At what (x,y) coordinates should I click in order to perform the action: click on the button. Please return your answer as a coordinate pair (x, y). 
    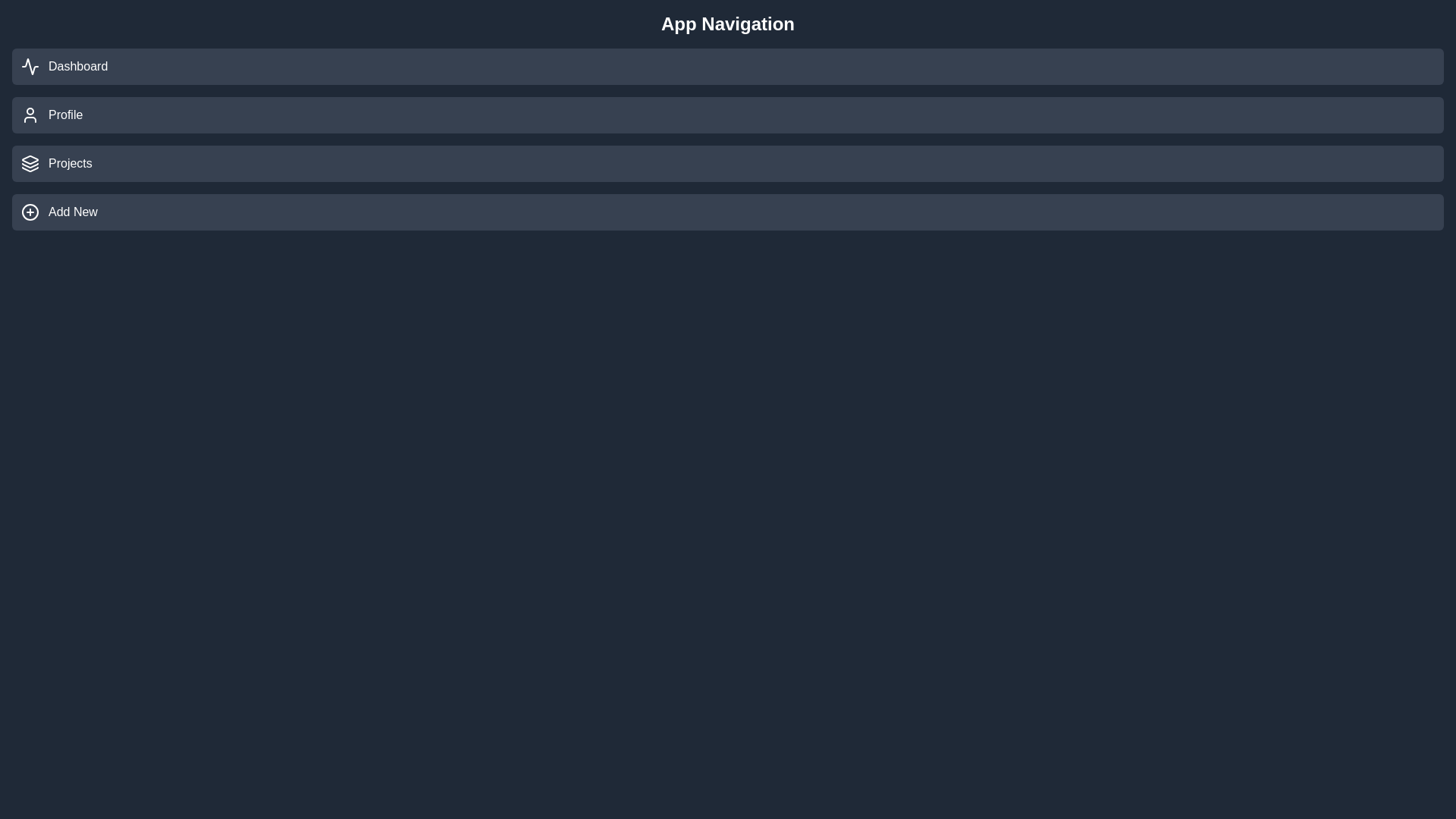
    Looking at the image, I should click on (728, 212).